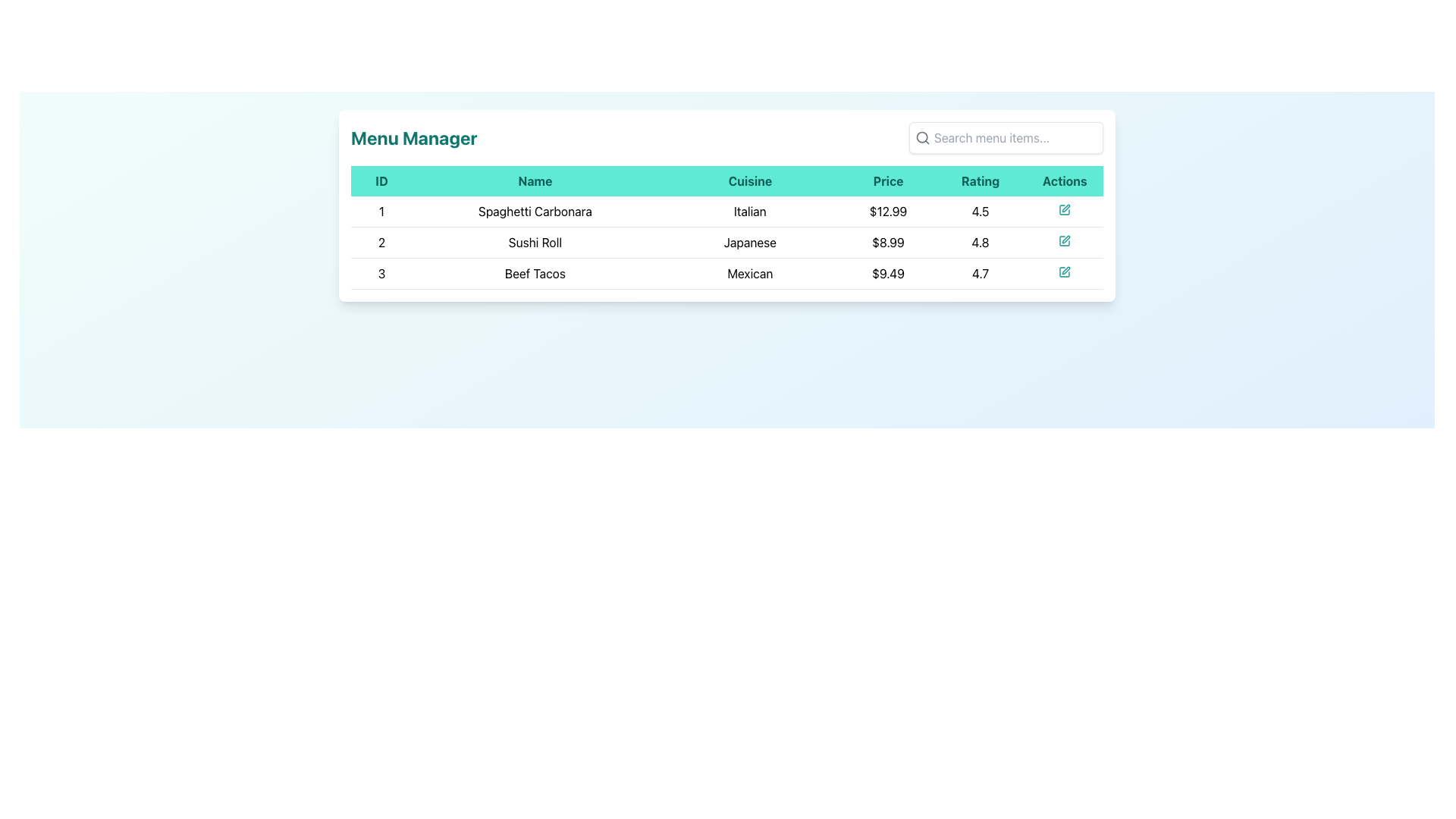  I want to click on the 'ID' column header label, which is the first entry in the header row of the table, located on the far left side and aligns with other column headers, so click(381, 180).